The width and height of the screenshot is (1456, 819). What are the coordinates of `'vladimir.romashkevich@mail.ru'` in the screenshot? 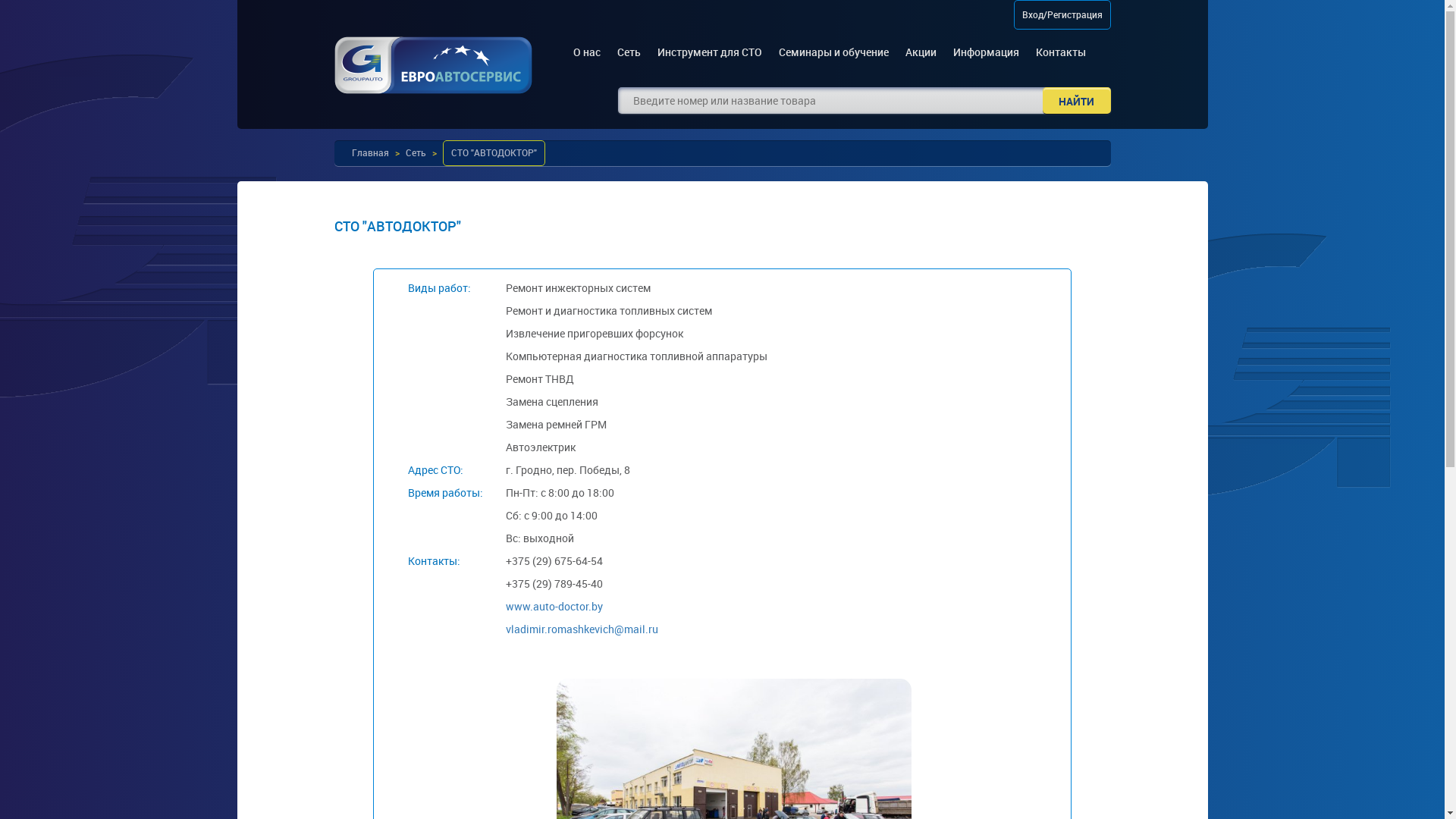 It's located at (581, 629).